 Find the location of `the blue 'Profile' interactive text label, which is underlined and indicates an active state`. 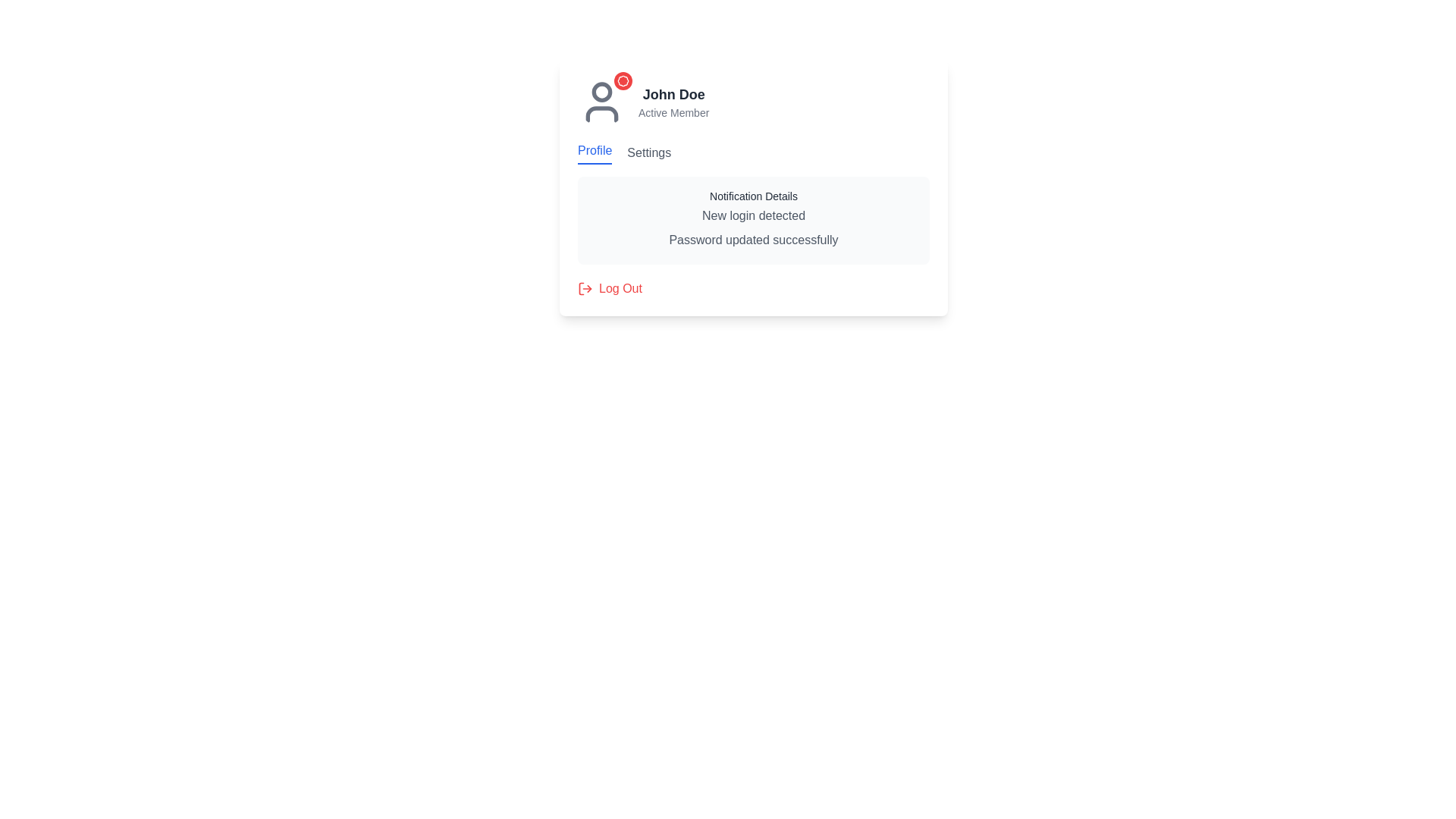

the blue 'Profile' interactive text label, which is underlined and indicates an active state is located at coordinates (594, 152).